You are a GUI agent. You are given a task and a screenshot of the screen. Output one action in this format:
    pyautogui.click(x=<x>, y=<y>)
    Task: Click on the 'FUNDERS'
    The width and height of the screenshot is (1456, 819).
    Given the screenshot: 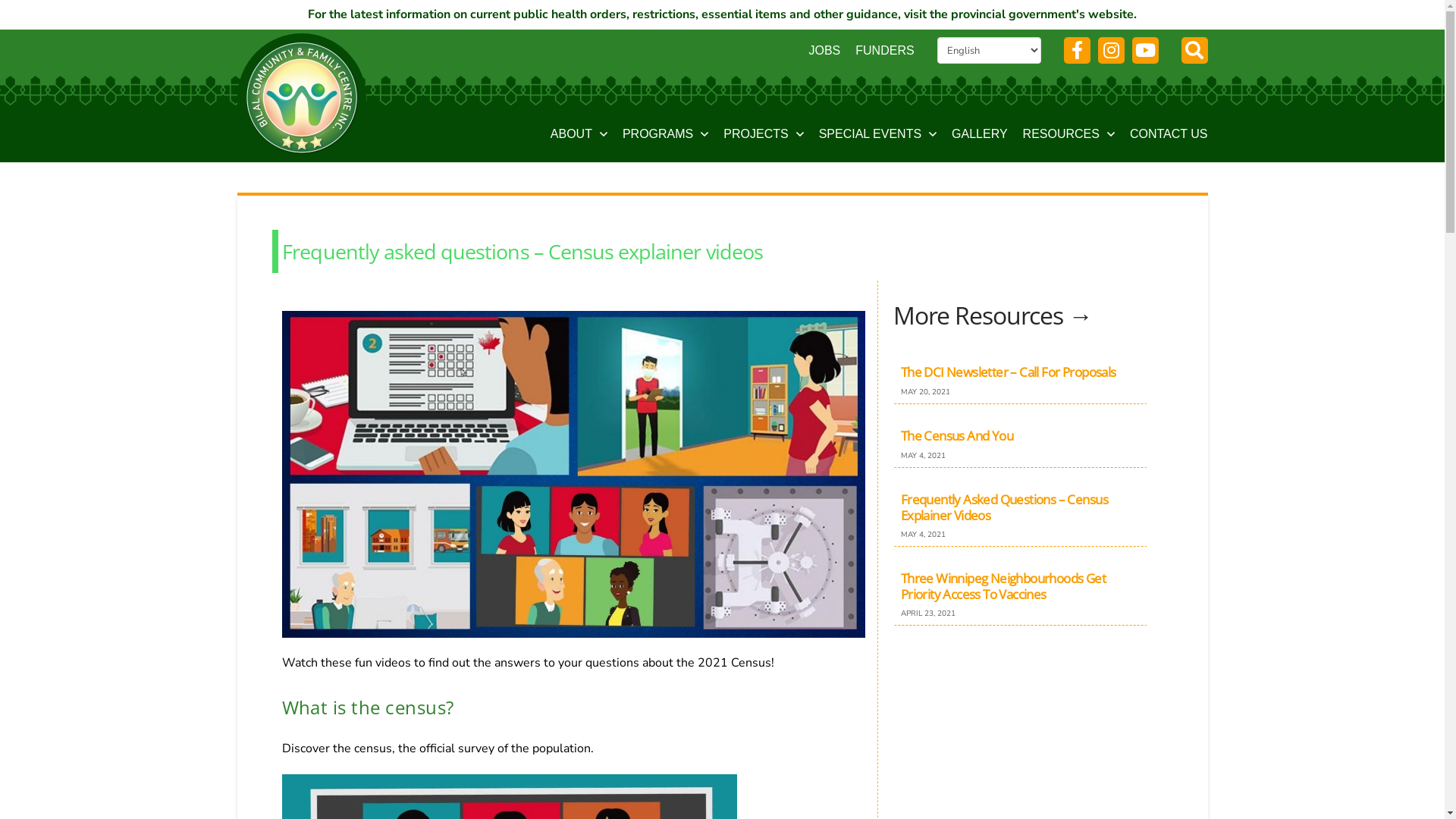 What is the action you would take?
    pyautogui.click(x=884, y=49)
    